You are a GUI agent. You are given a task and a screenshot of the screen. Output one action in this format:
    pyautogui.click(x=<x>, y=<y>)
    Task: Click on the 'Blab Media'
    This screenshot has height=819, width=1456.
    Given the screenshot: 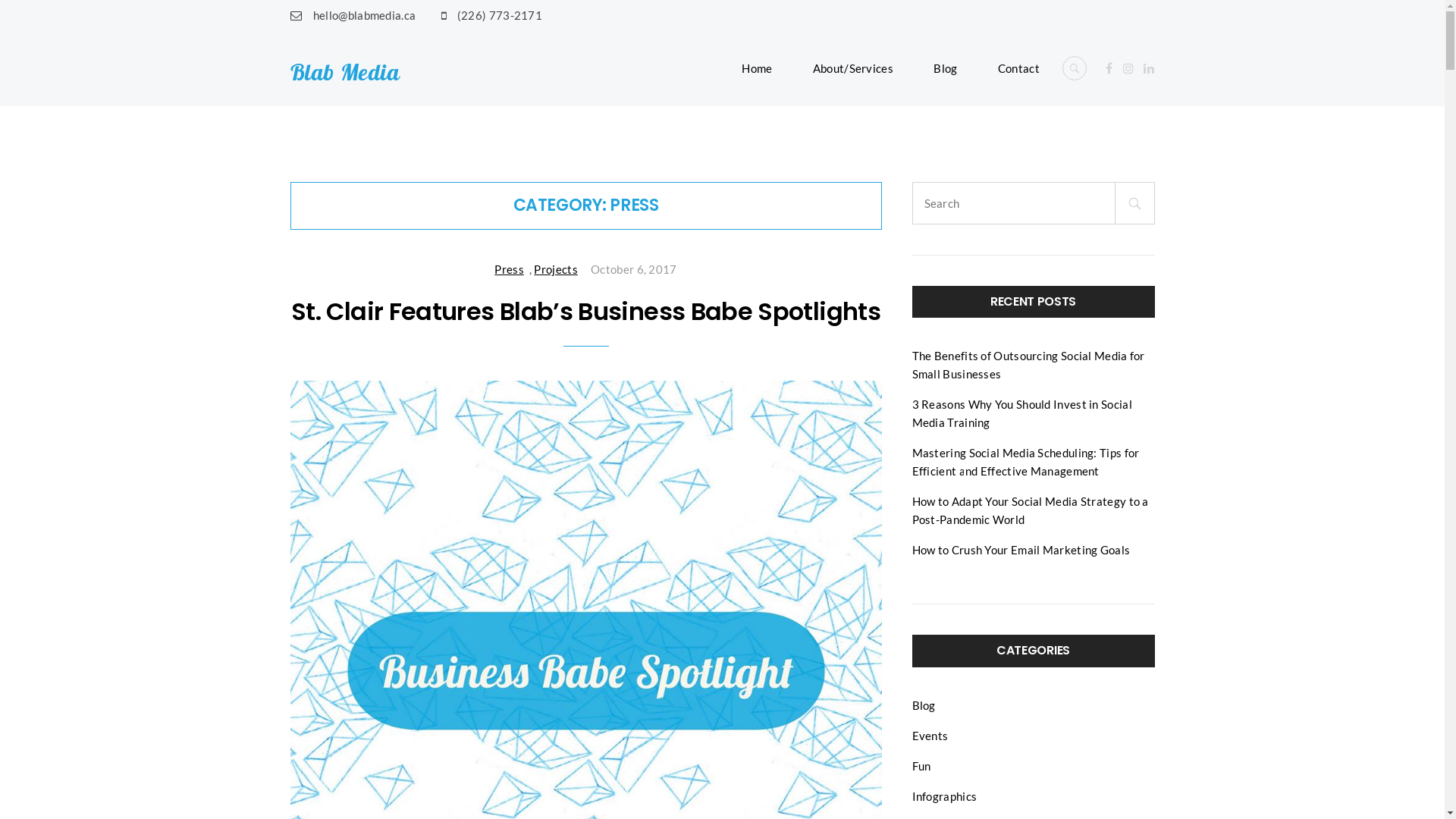 What is the action you would take?
    pyautogui.click(x=290, y=72)
    